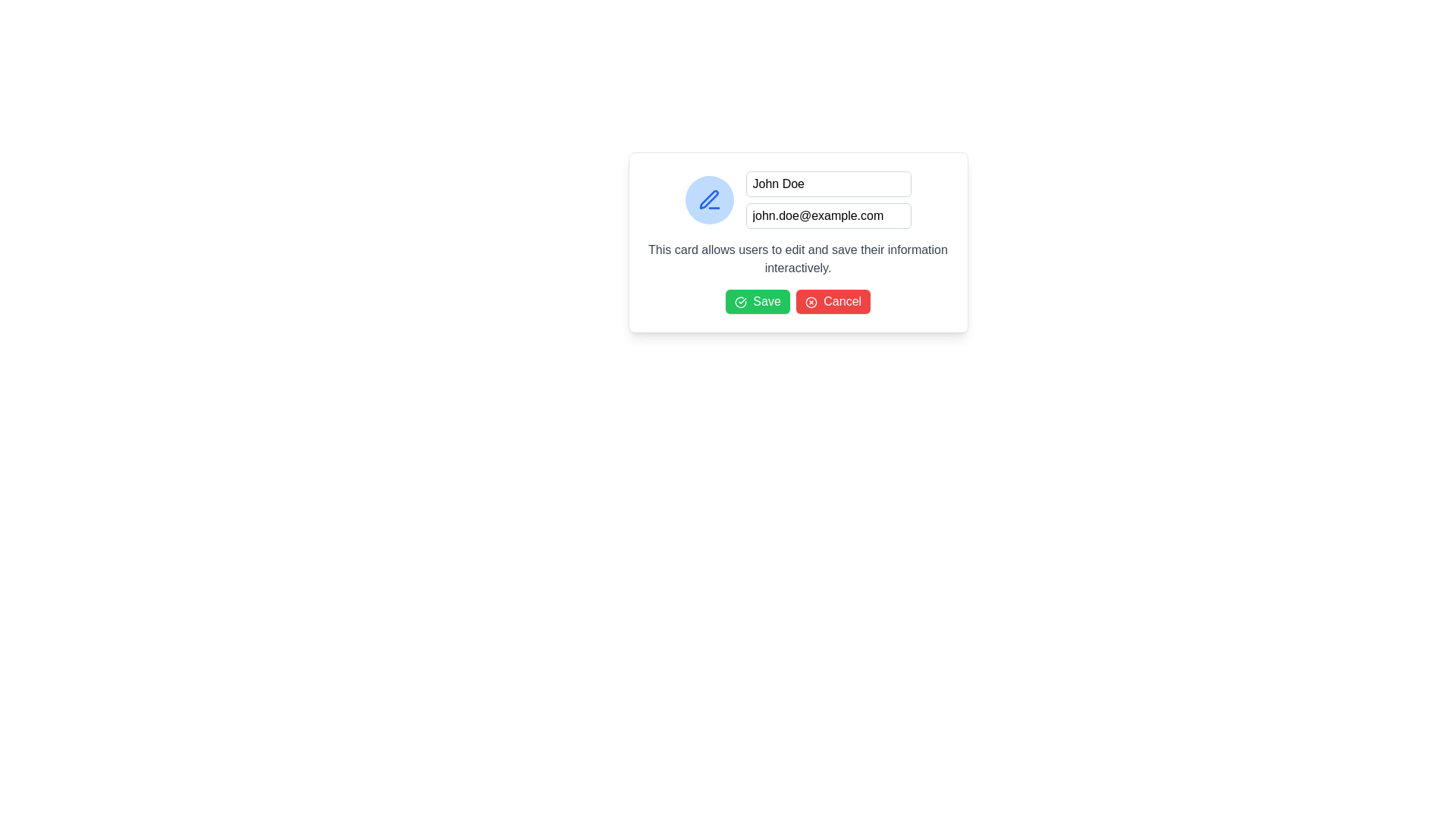  Describe the element at coordinates (708, 199) in the screenshot. I see `the blue pen icon located within a circle, positioned to the left of the user's name and email text fields in the avatar section of the main form card` at that location.